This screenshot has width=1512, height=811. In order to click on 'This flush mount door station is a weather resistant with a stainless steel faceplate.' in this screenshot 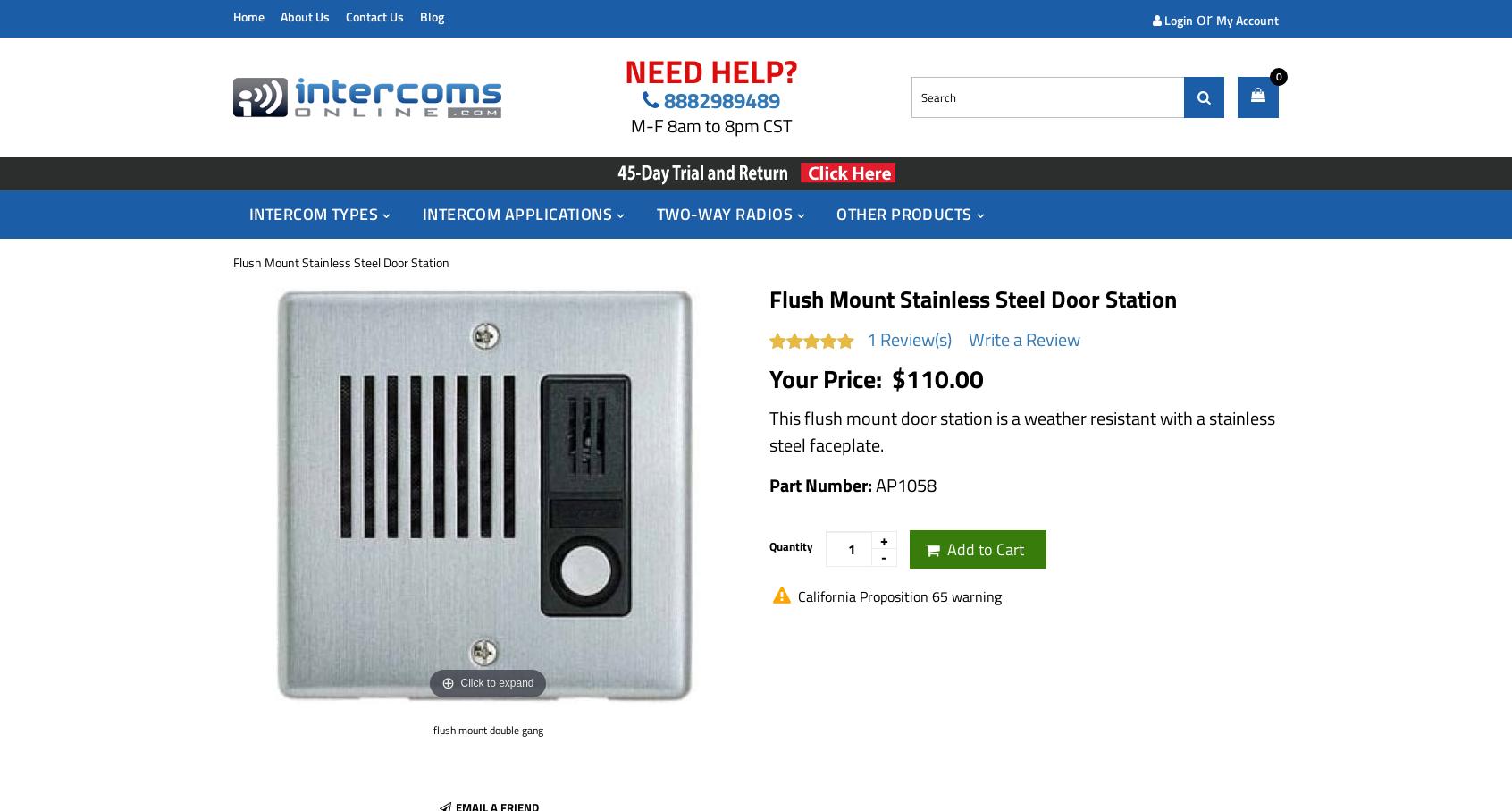, I will do `click(1021, 430)`.